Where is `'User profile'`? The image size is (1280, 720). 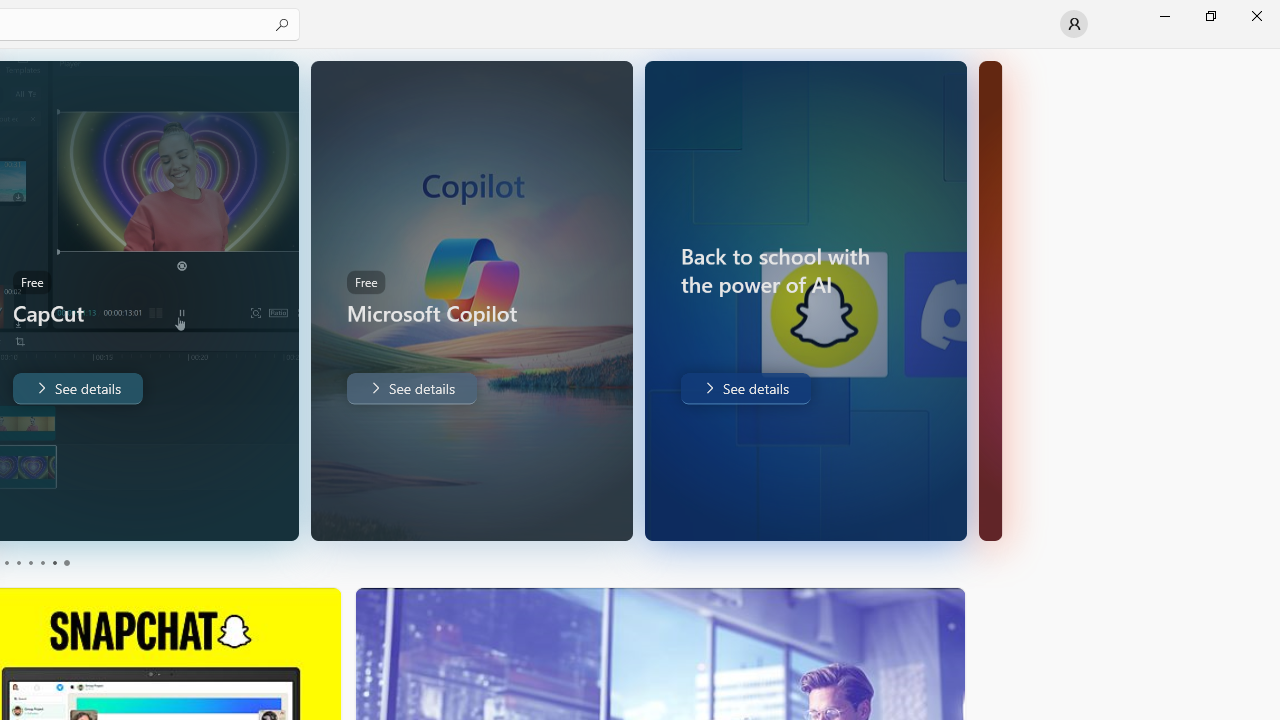 'User profile' is located at coordinates (1072, 24).